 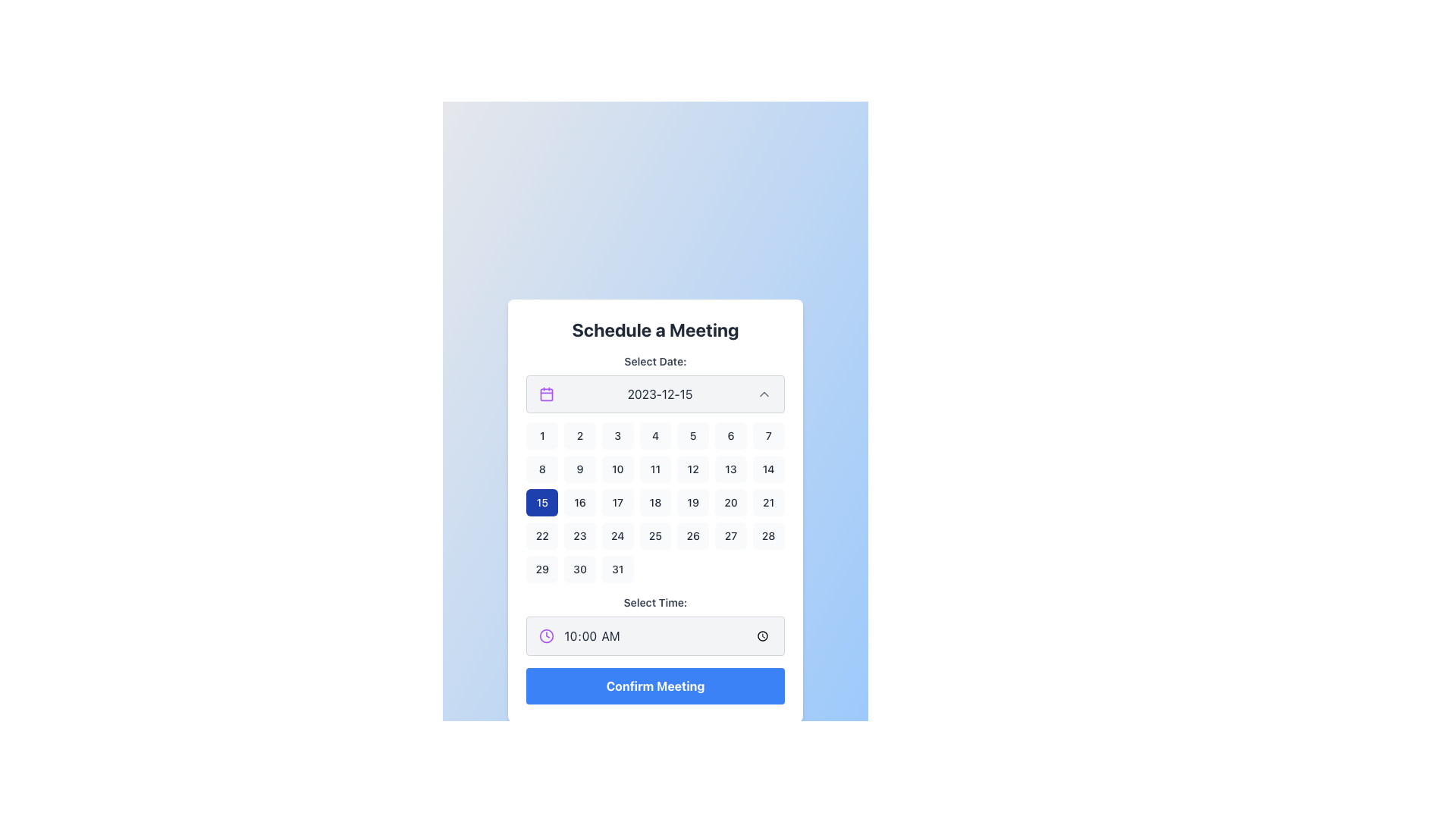 What do you see at coordinates (692, 535) in the screenshot?
I see `the button representing the 26th day of the month in the date selection interface` at bounding box center [692, 535].